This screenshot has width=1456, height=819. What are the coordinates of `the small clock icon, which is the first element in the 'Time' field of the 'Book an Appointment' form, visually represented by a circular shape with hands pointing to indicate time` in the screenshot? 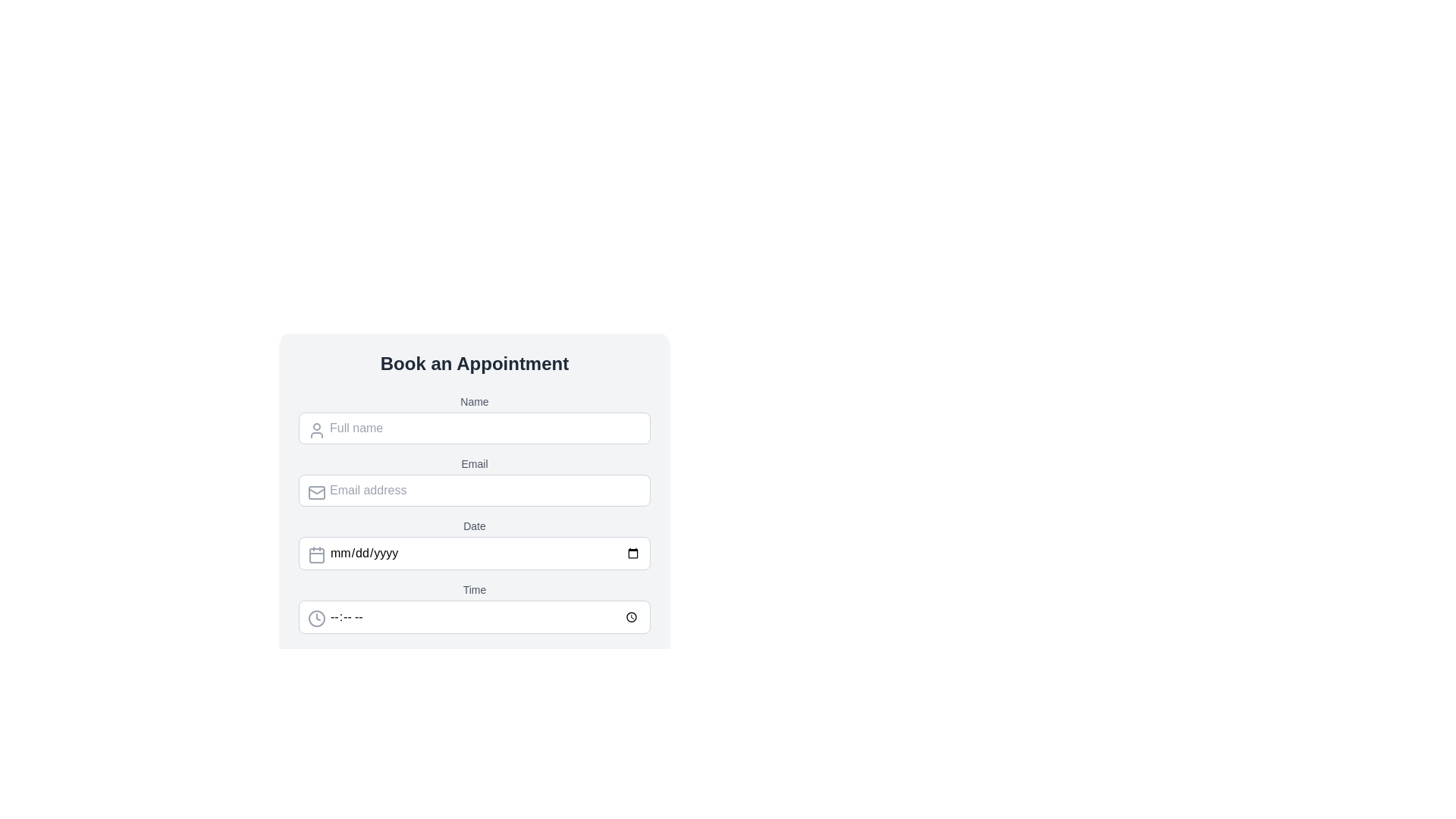 It's located at (315, 619).